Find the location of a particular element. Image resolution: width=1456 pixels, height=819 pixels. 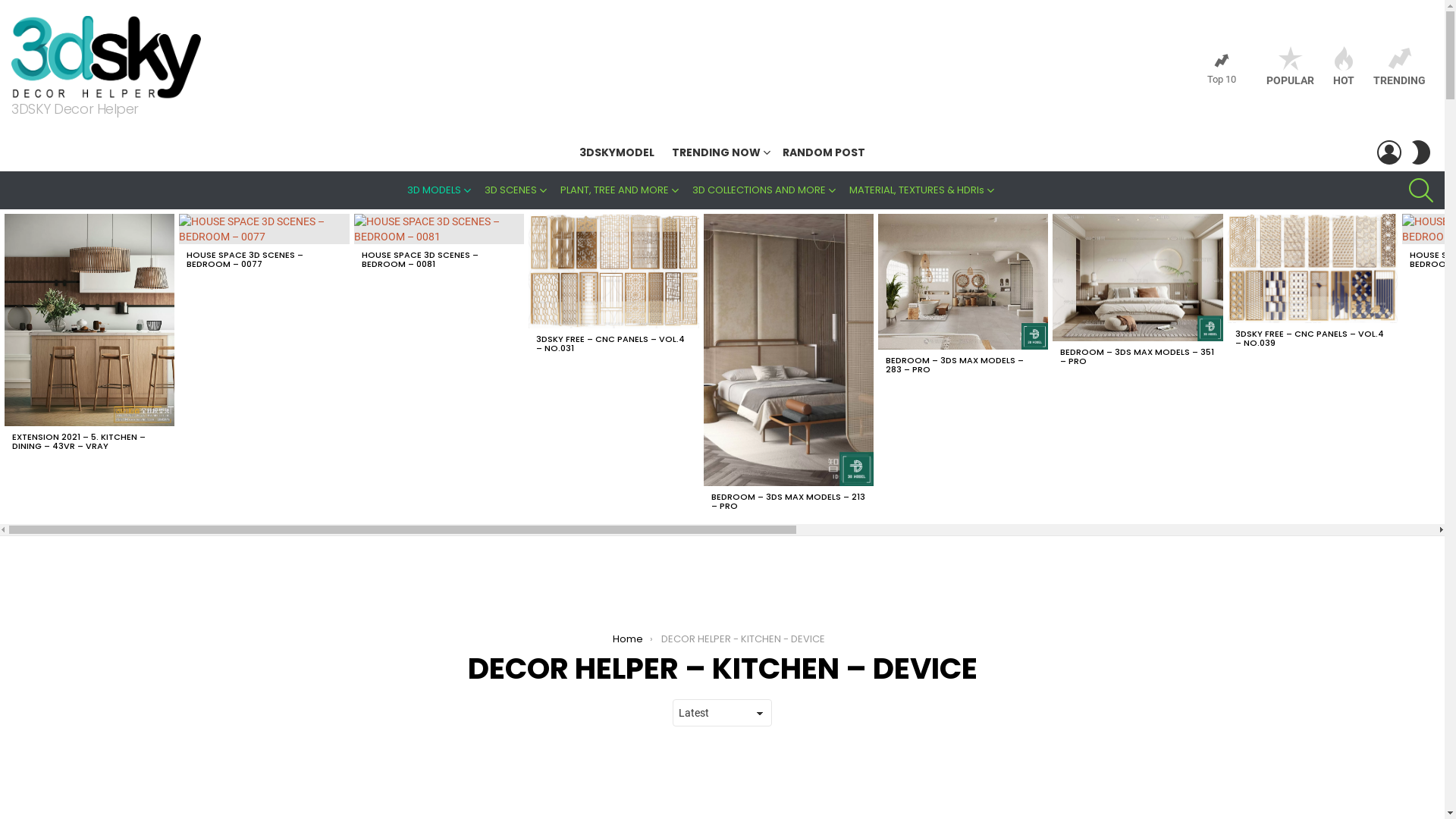

'SWITCH SKIN' is located at coordinates (1420, 152).